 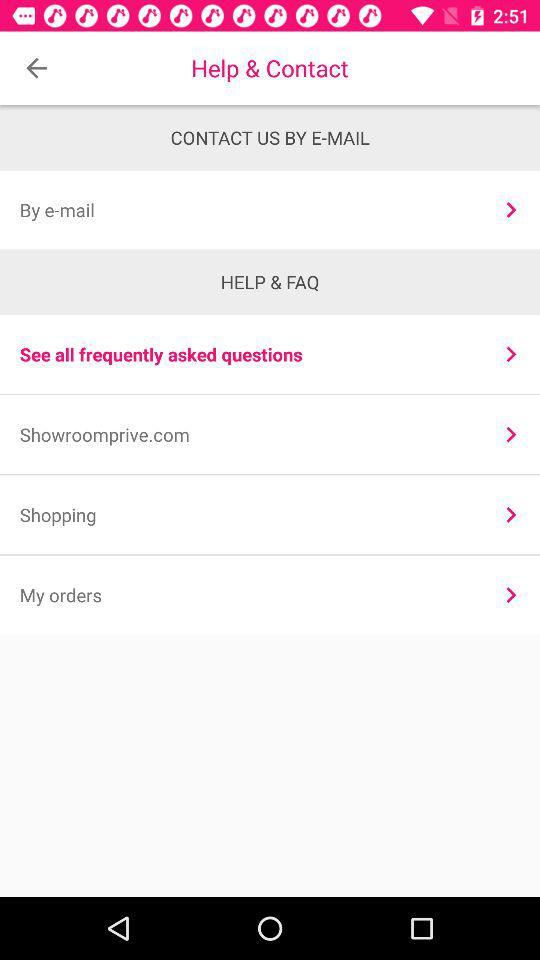 What do you see at coordinates (511, 513) in the screenshot?
I see `icon to the right of the shopping item` at bounding box center [511, 513].